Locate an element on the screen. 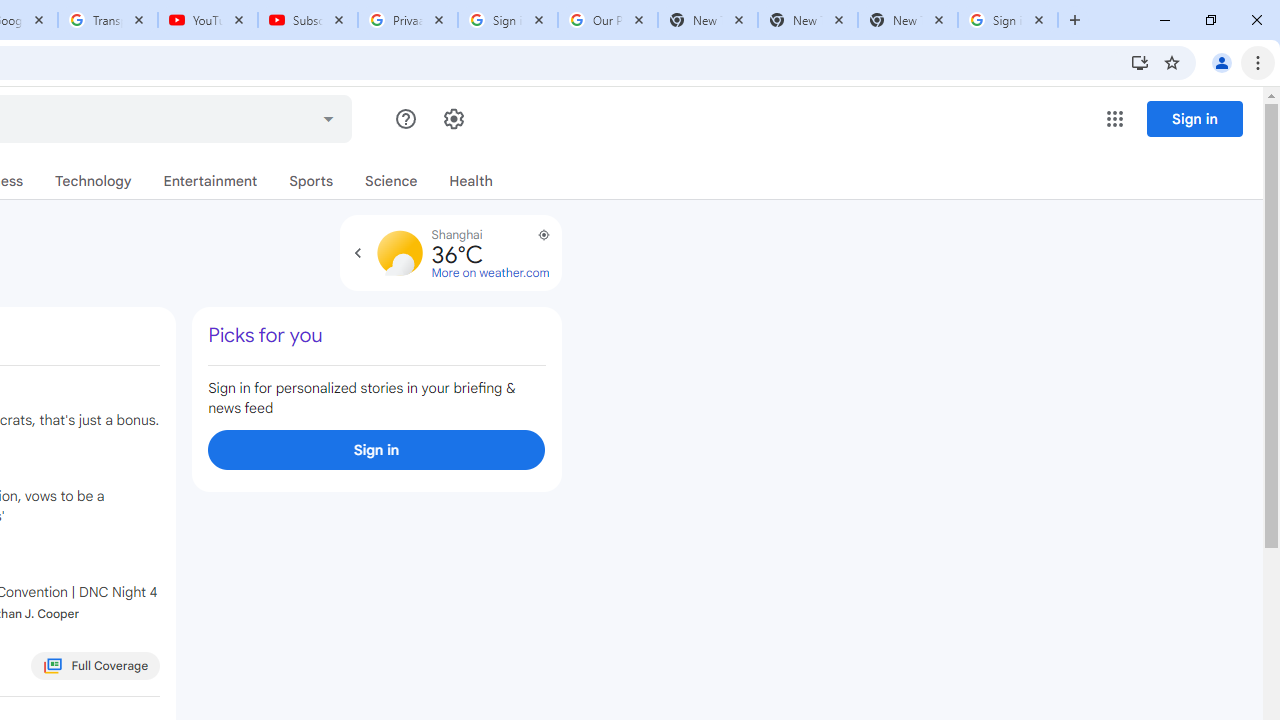 Image resolution: width=1280 pixels, height=720 pixels. 'Health' is located at coordinates (470, 181).